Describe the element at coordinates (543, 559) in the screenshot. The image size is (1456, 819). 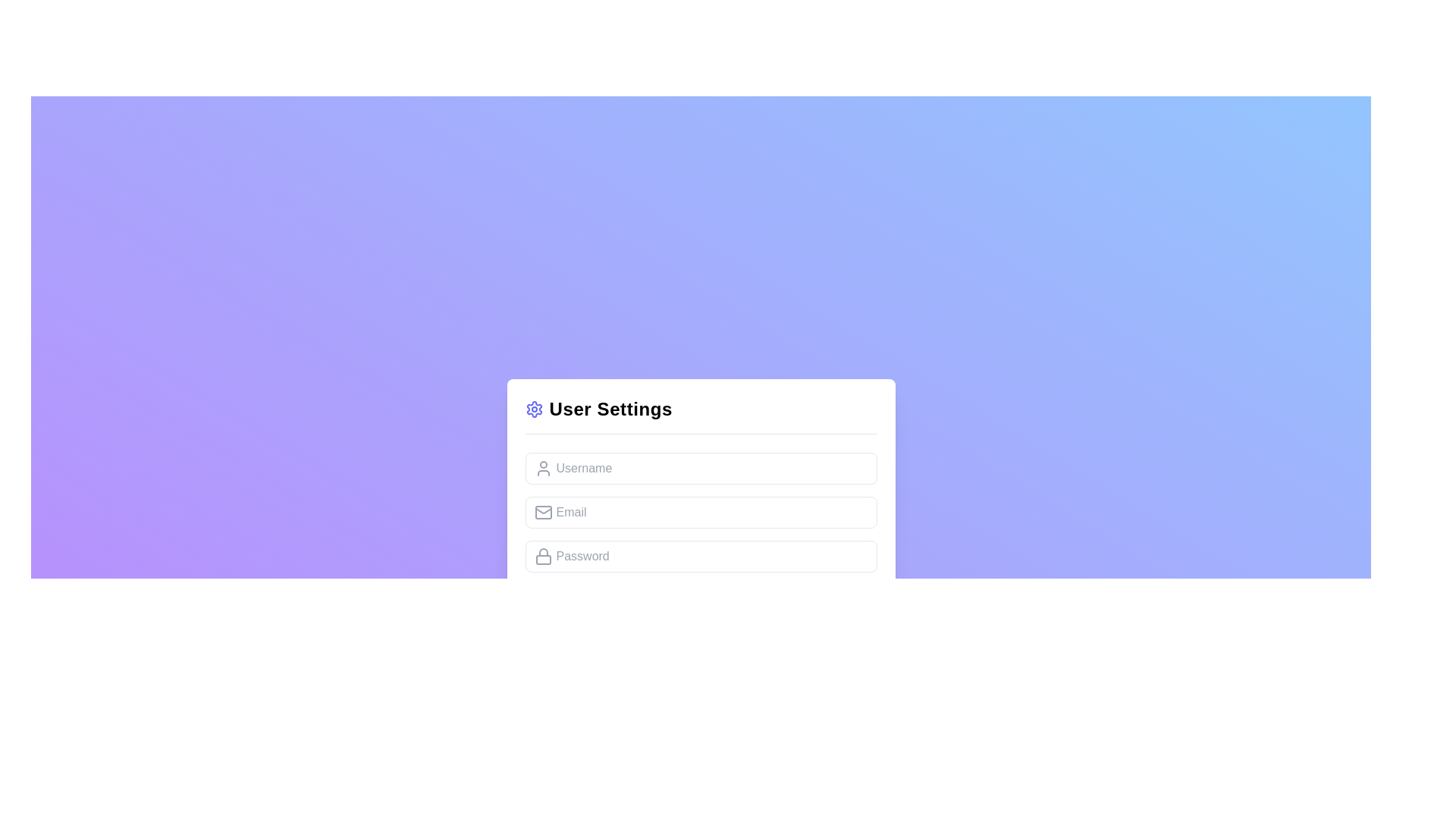
I see `the lower rectangular portion of the lock icon, which represents the password field in the user settings form, located to the left of the 'Password' text field` at that location.